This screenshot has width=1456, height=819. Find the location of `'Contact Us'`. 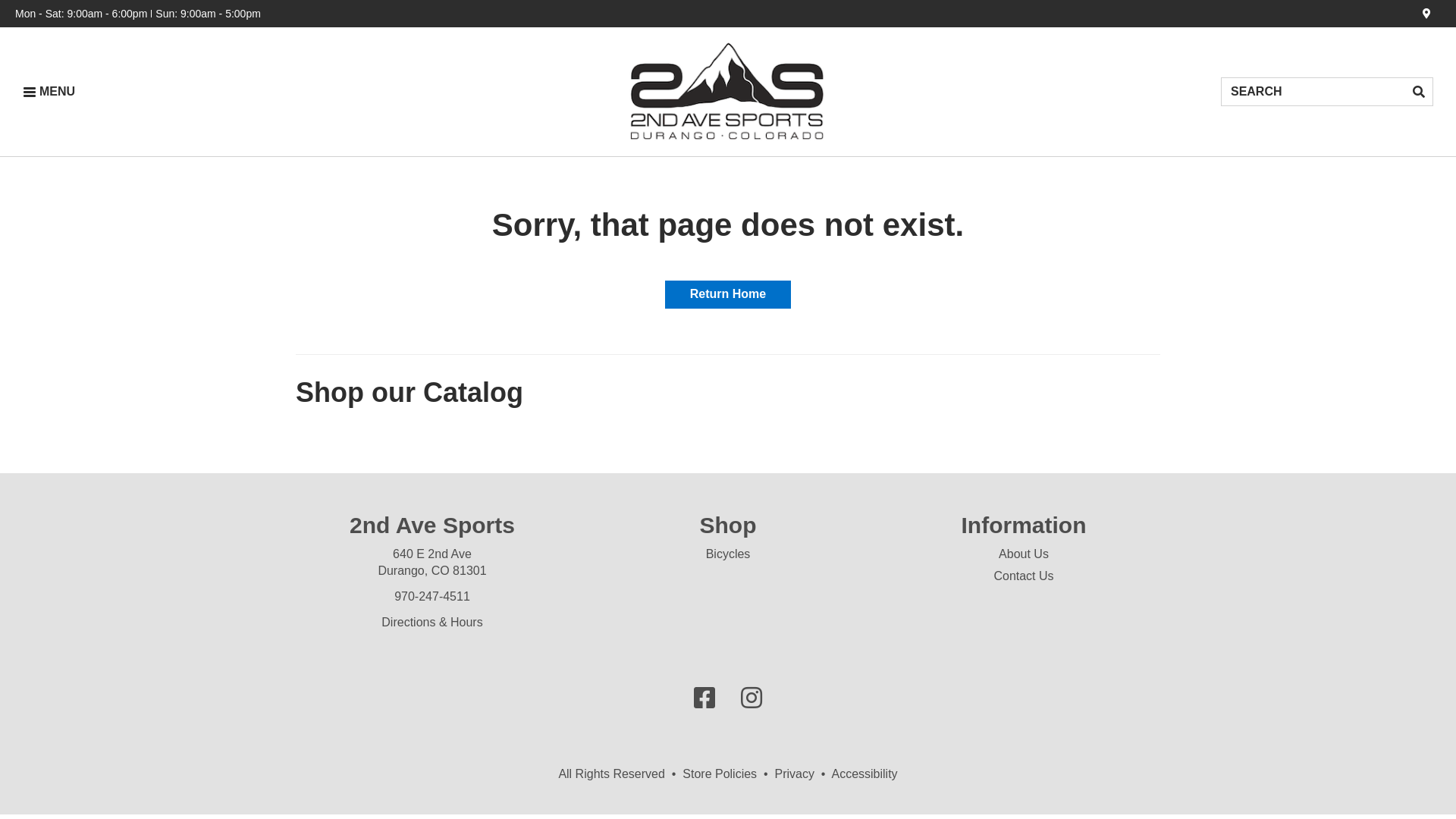

'Contact Us' is located at coordinates (1023, 576).